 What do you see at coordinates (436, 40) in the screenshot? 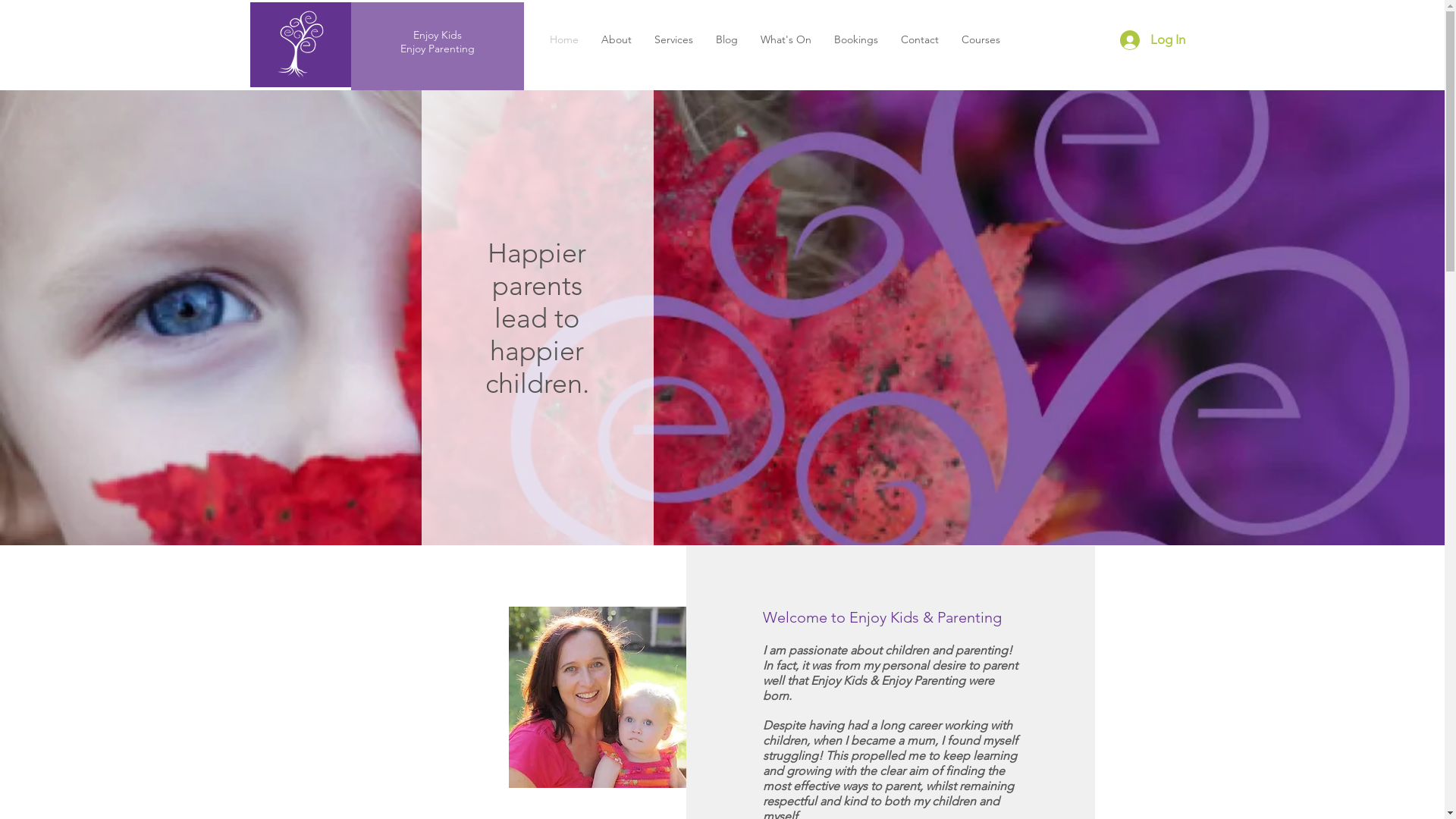
I see `'Enjoy Kids` at bounding box center [436, 40].